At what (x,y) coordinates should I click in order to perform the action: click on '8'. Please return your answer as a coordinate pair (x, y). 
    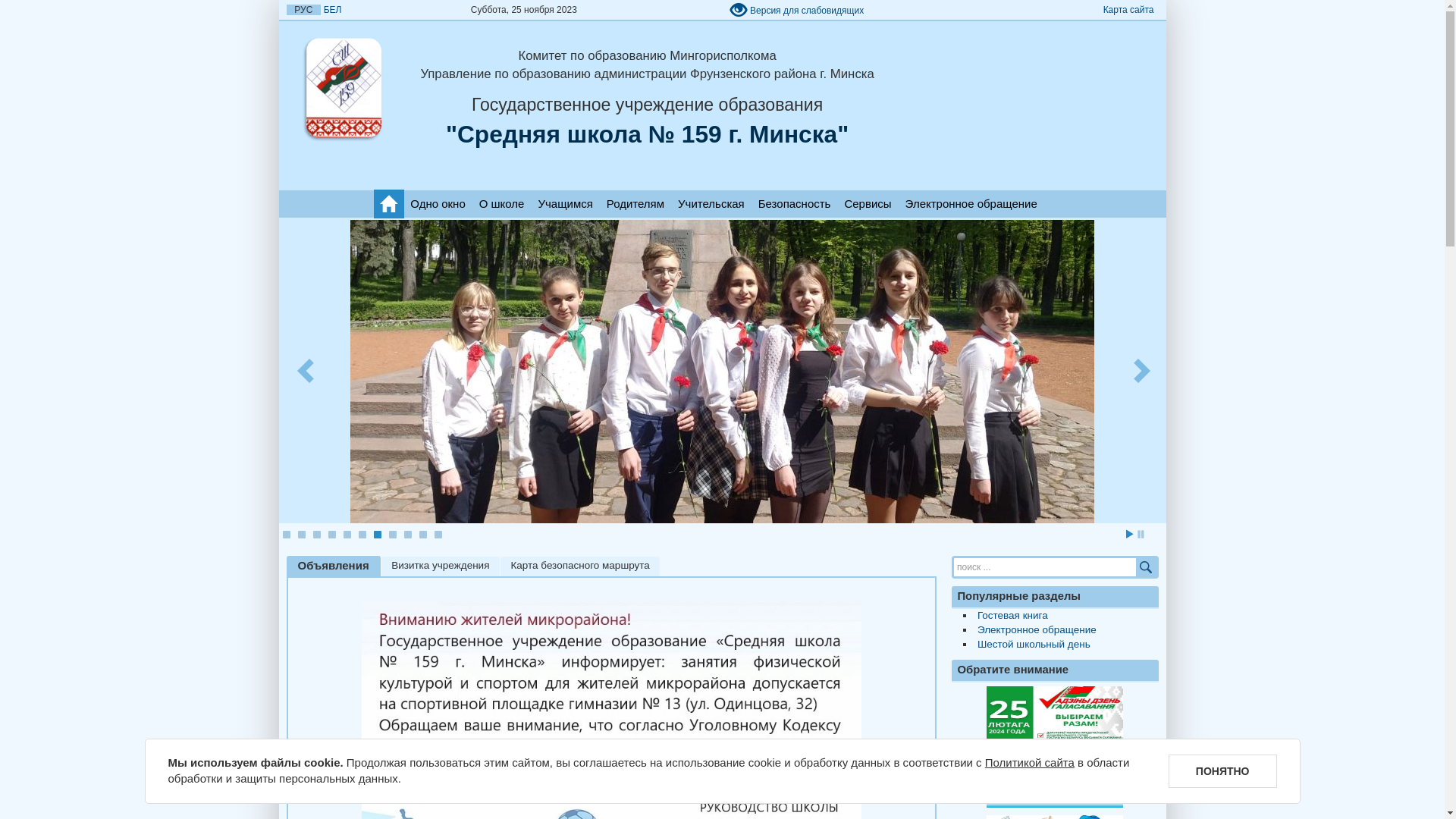
    Looking at the image, I should click on (392, 534).